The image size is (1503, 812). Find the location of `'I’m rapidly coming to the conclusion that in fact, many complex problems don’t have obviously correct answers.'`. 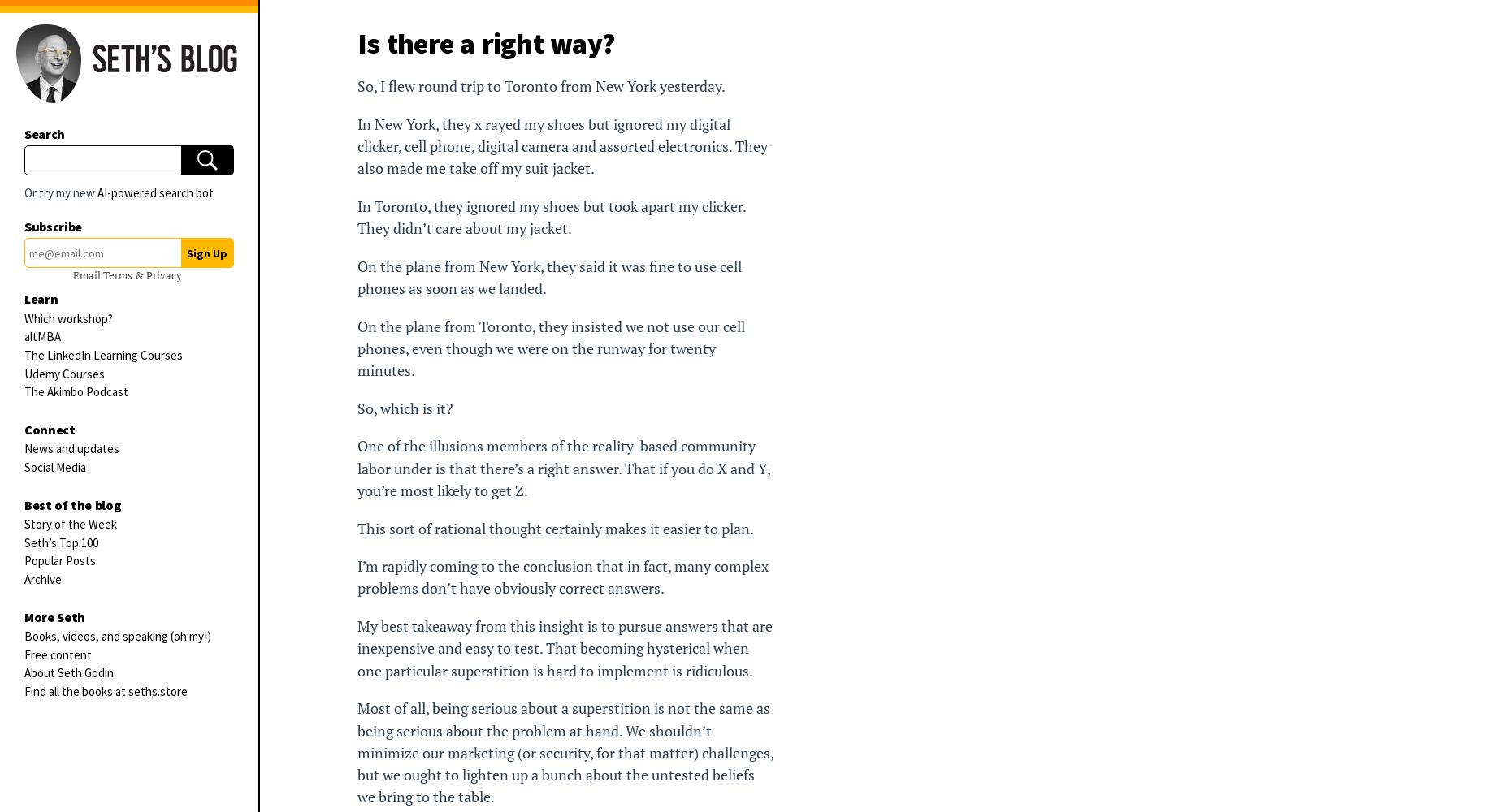

'I’m rapidly coming to the conclusion that in fact, many complex problems don’t have obviously correct answers.' is located at coordinates (563, 577).